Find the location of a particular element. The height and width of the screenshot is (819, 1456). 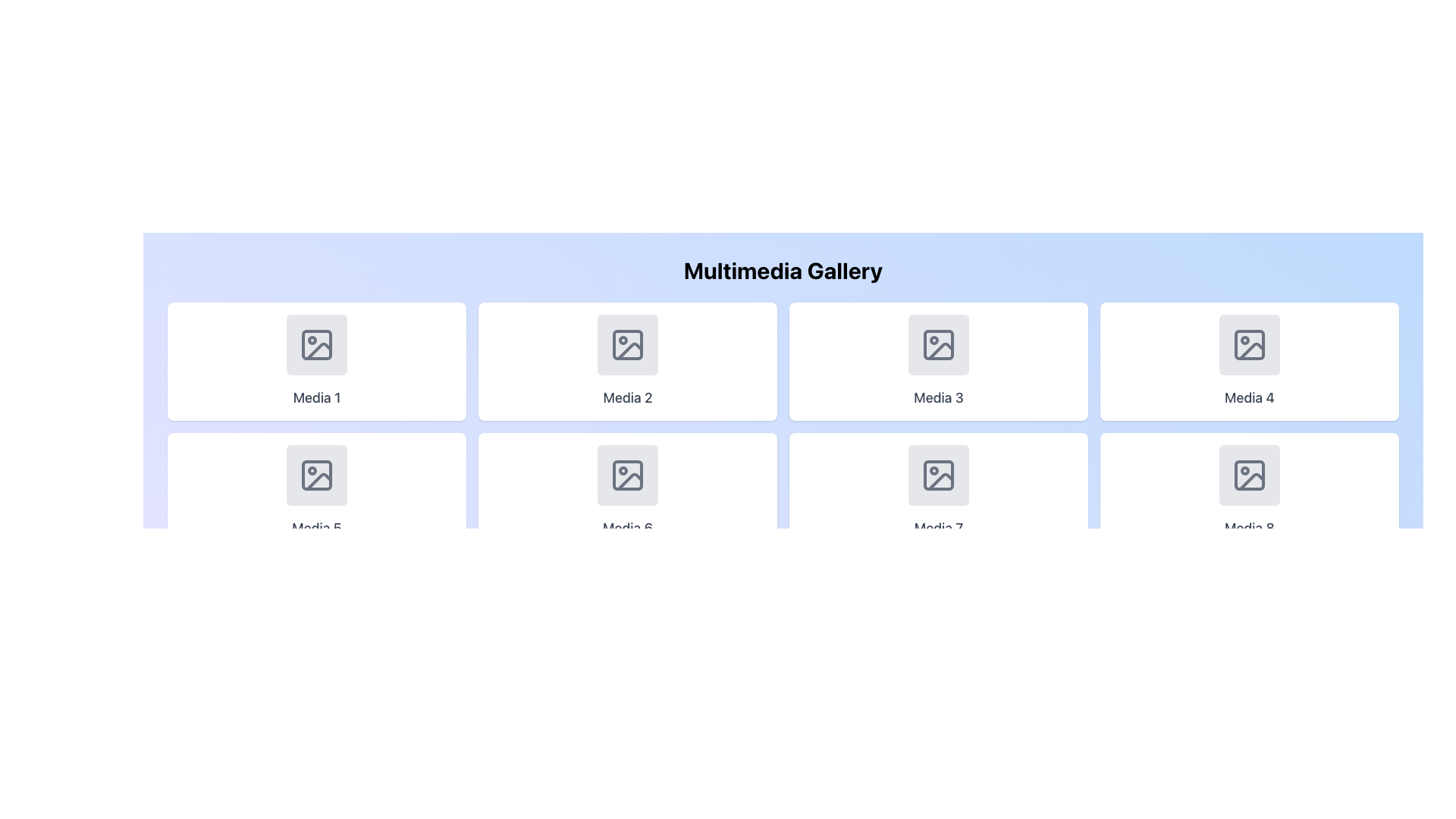

the photograph icon located in the 'Multimedia Gallery' section is located at coordinates (315, 345).